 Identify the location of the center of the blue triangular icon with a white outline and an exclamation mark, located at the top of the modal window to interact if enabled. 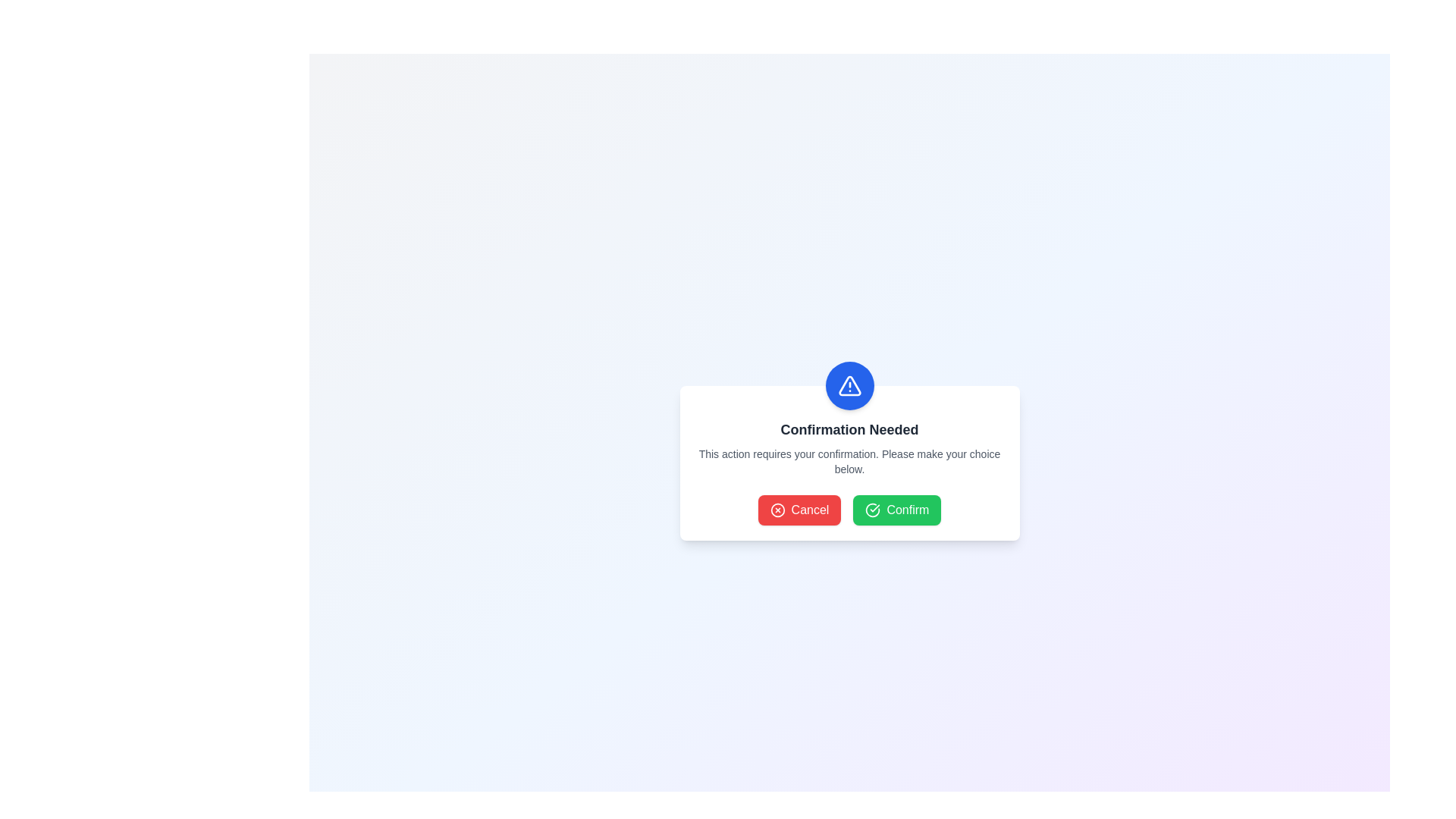
(849, 385).